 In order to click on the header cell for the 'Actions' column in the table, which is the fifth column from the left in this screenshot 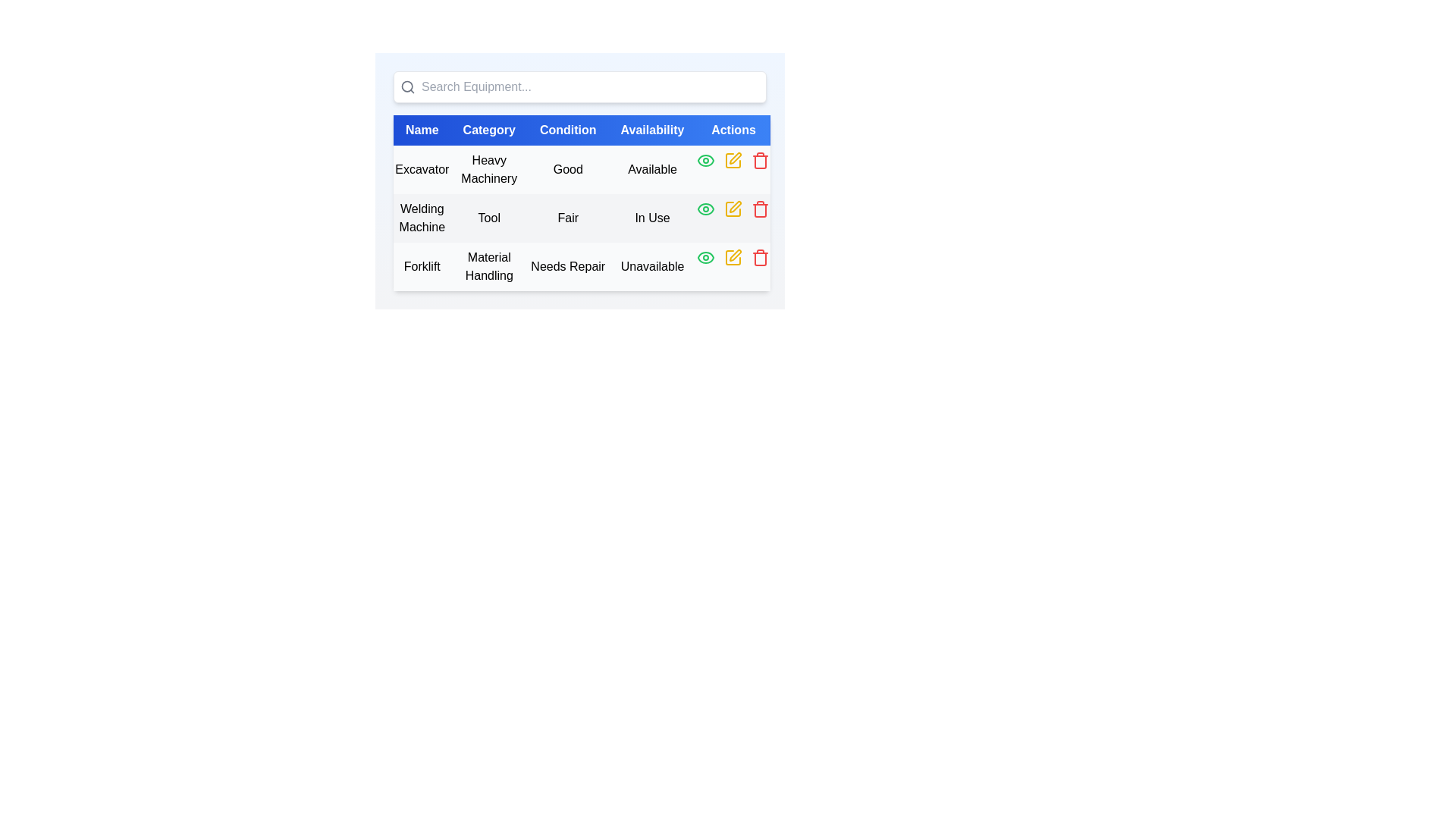, I will do `click(733, 130)`.